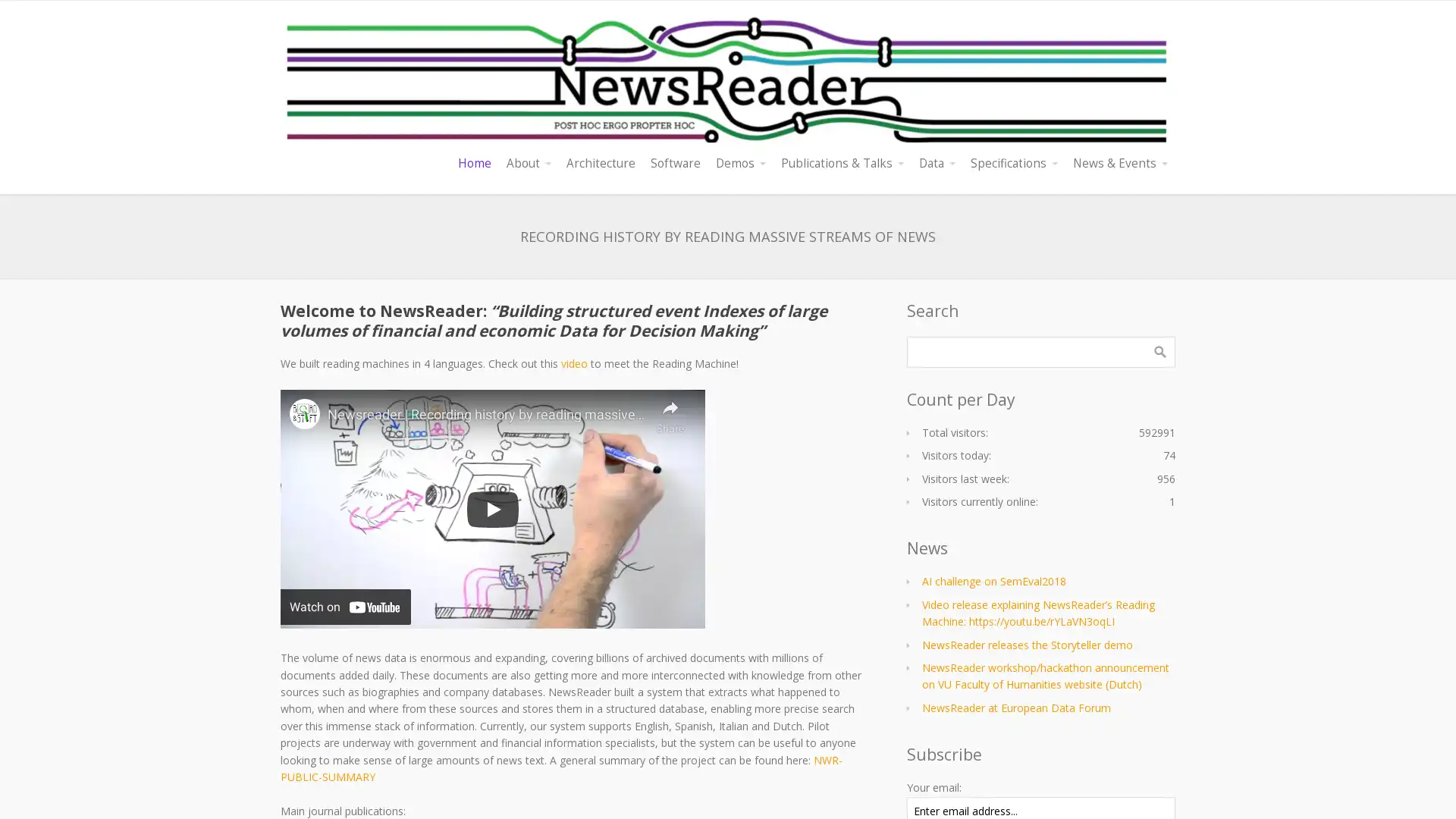  Describe the element at coordinates (1159, 351) in the screenshot. I see `Search` at that location.